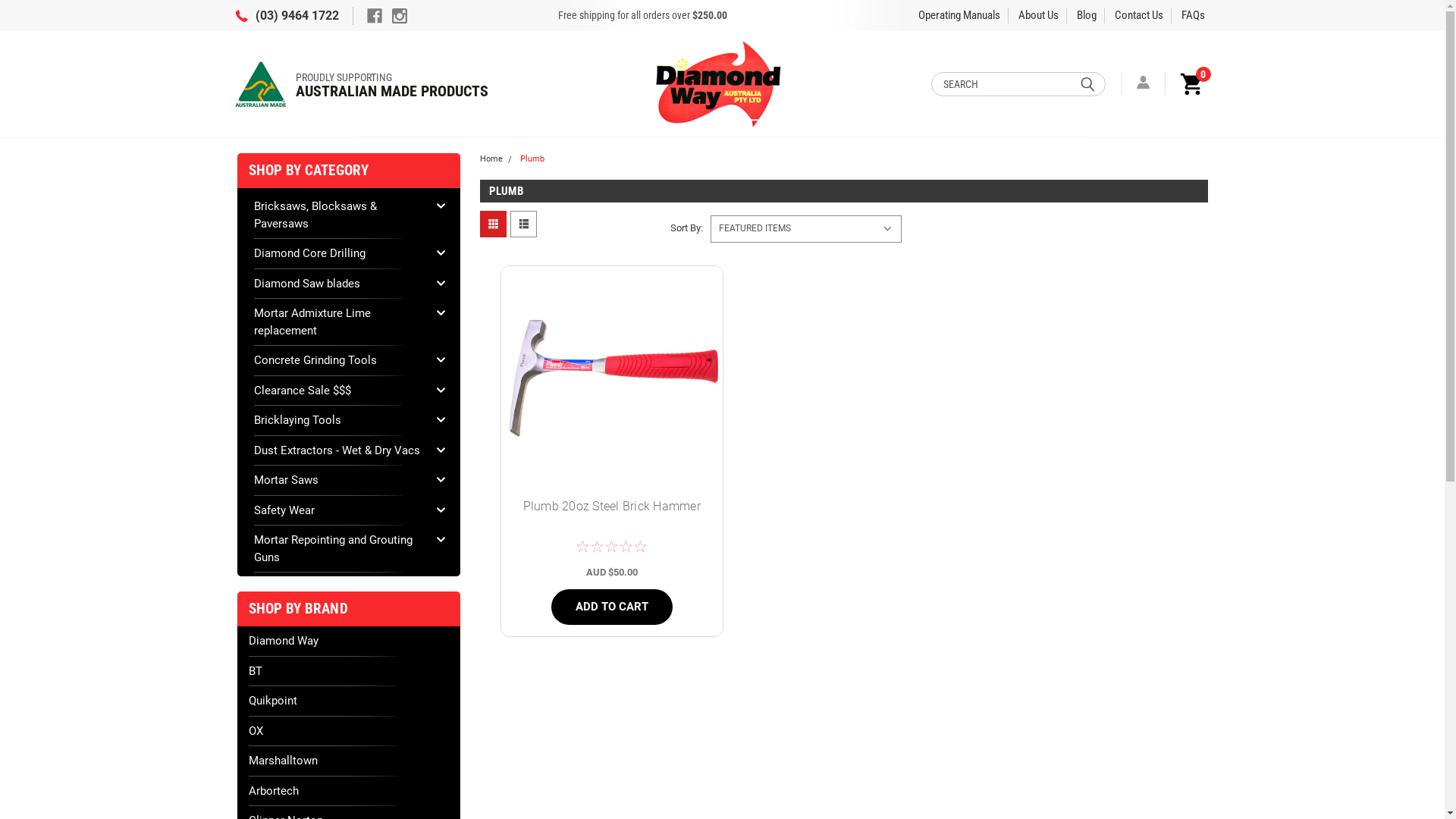  Describe the element at coordinates (348, 670) in the screenshot. I see `'BT'` at that location.